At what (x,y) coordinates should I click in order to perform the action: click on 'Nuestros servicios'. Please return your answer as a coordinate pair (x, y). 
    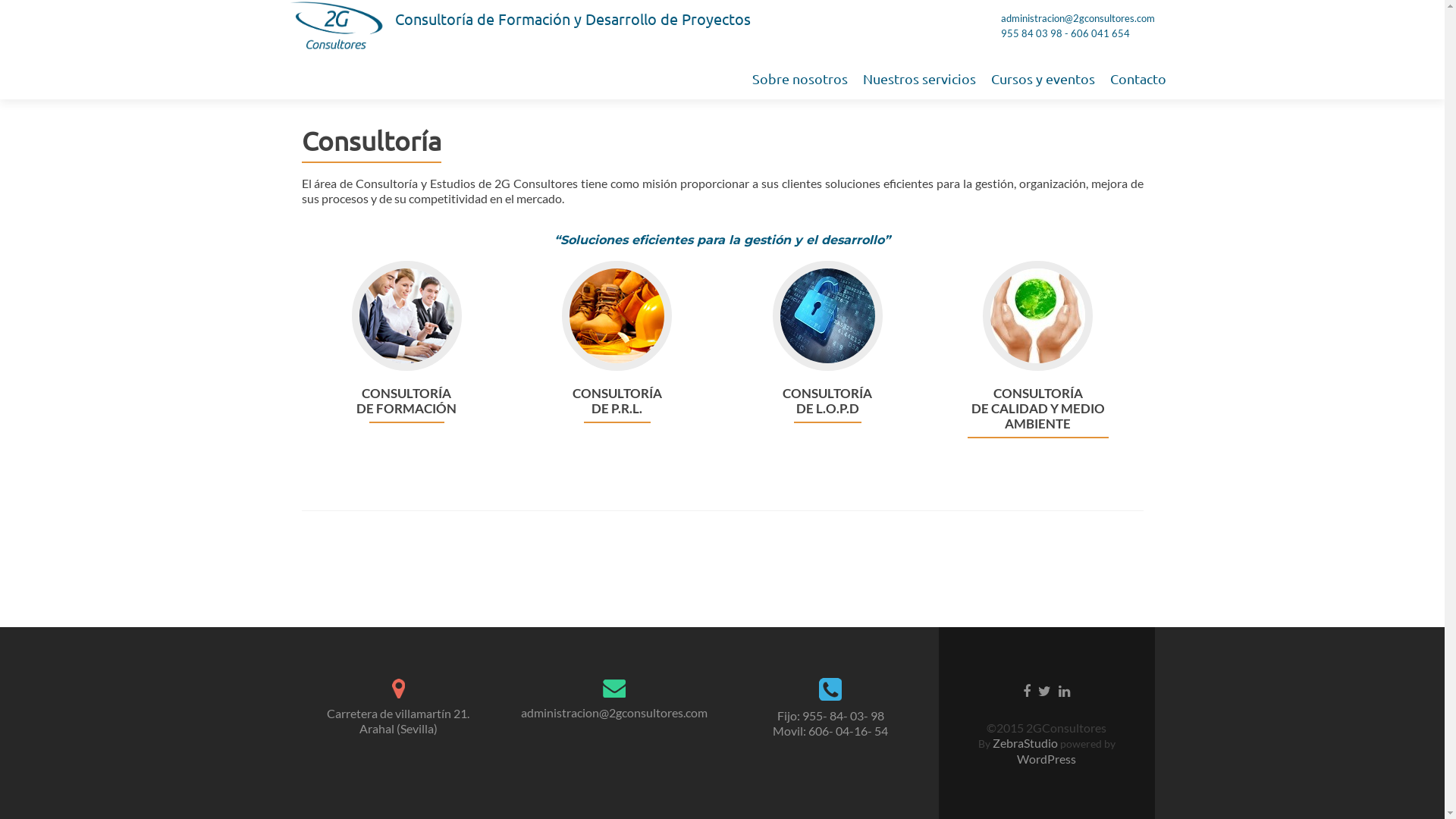
    Looking at the image, I should click on (918, 78).